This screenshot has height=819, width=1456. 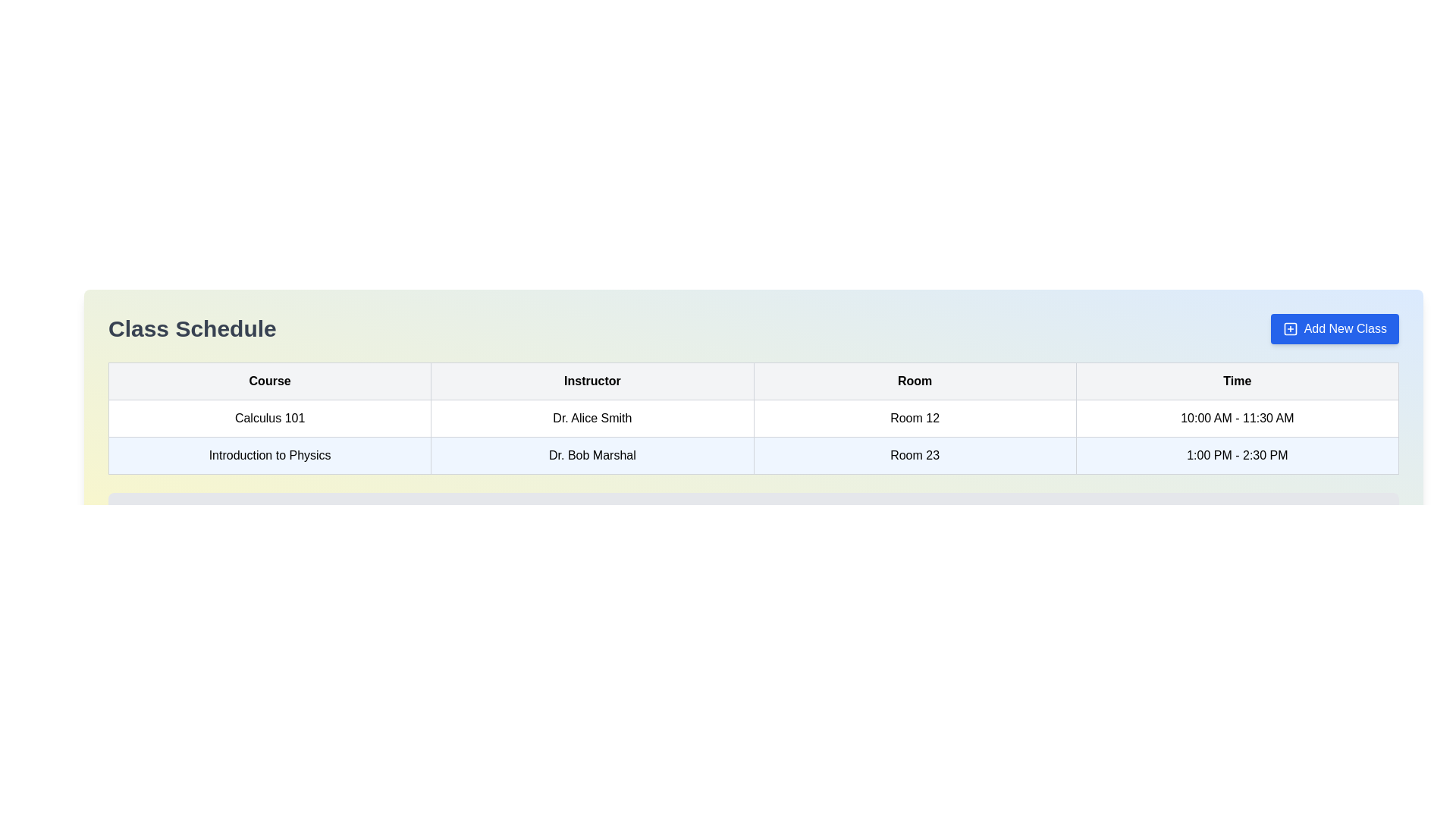 What do you see at coordinates (1237, 455) in the screenshot?
I see `the static text element displaying '1:00 PM - 2:30 PM' in the fourth column of the second row of the 'Class Schedule' table` at bounding box center [1237, 455].